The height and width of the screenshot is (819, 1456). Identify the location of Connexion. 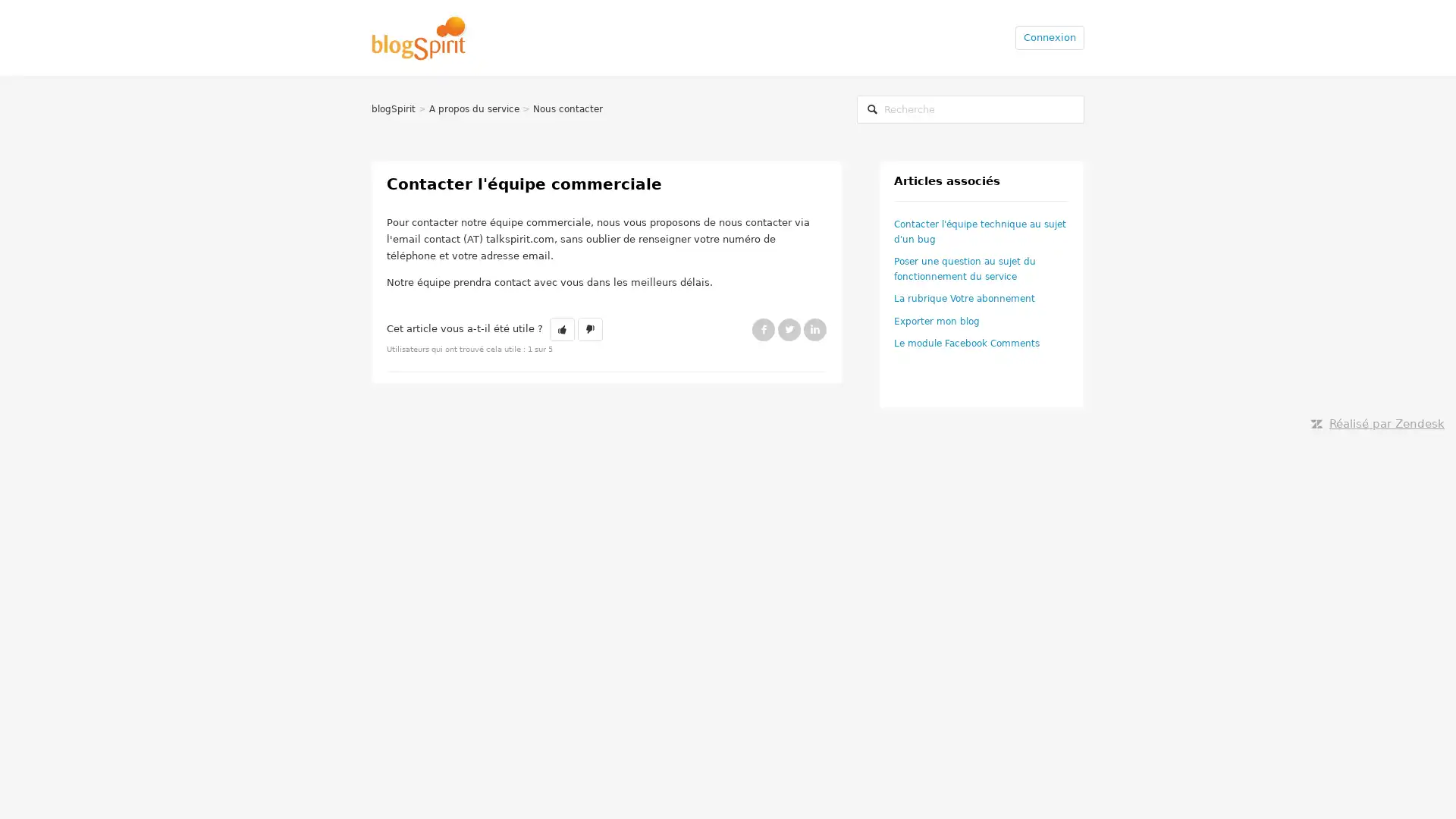
(1049, 36).